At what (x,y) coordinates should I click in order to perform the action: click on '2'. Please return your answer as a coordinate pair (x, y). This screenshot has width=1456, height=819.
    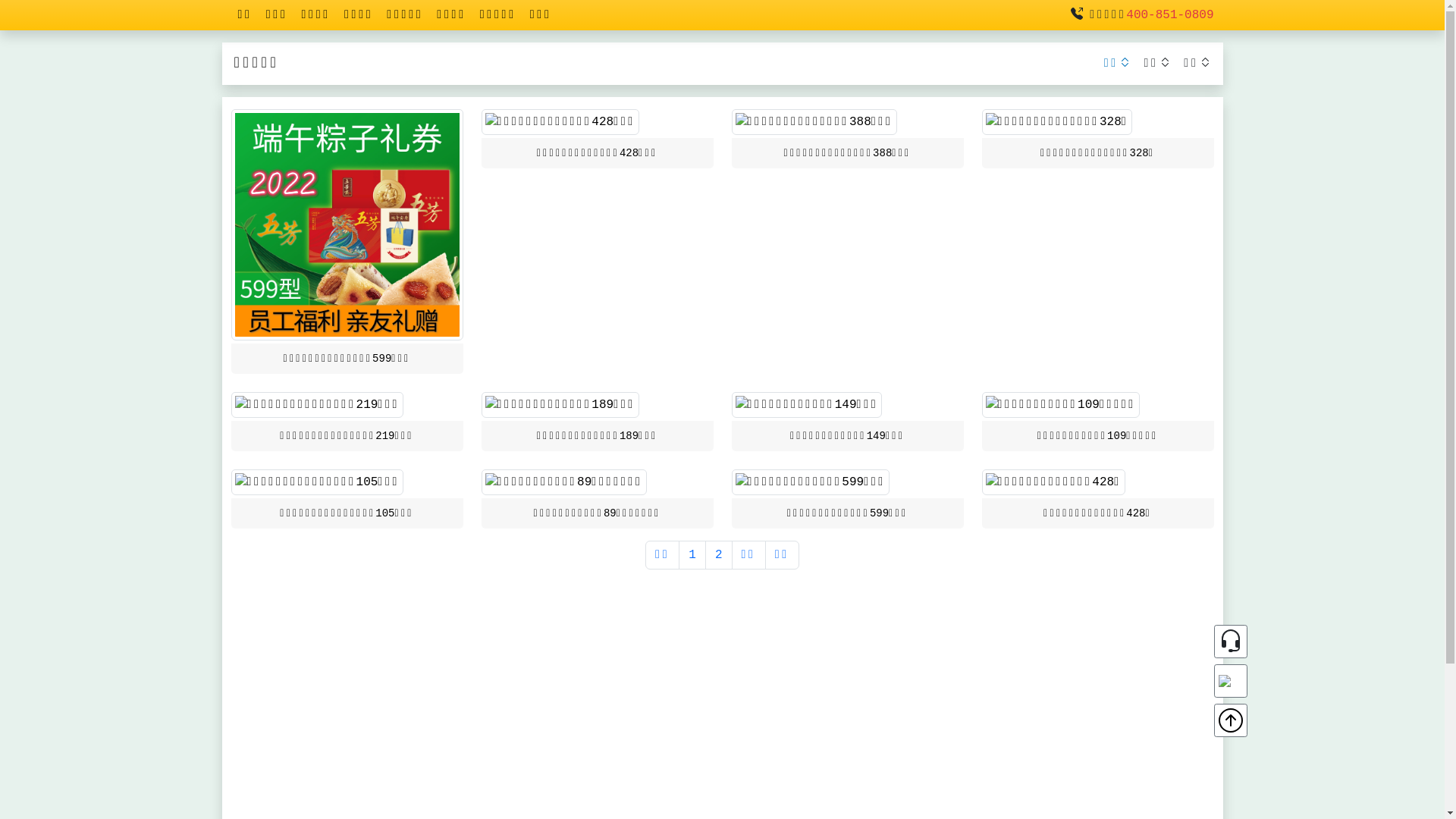
    Looking at the image, I should click on (718, 555).